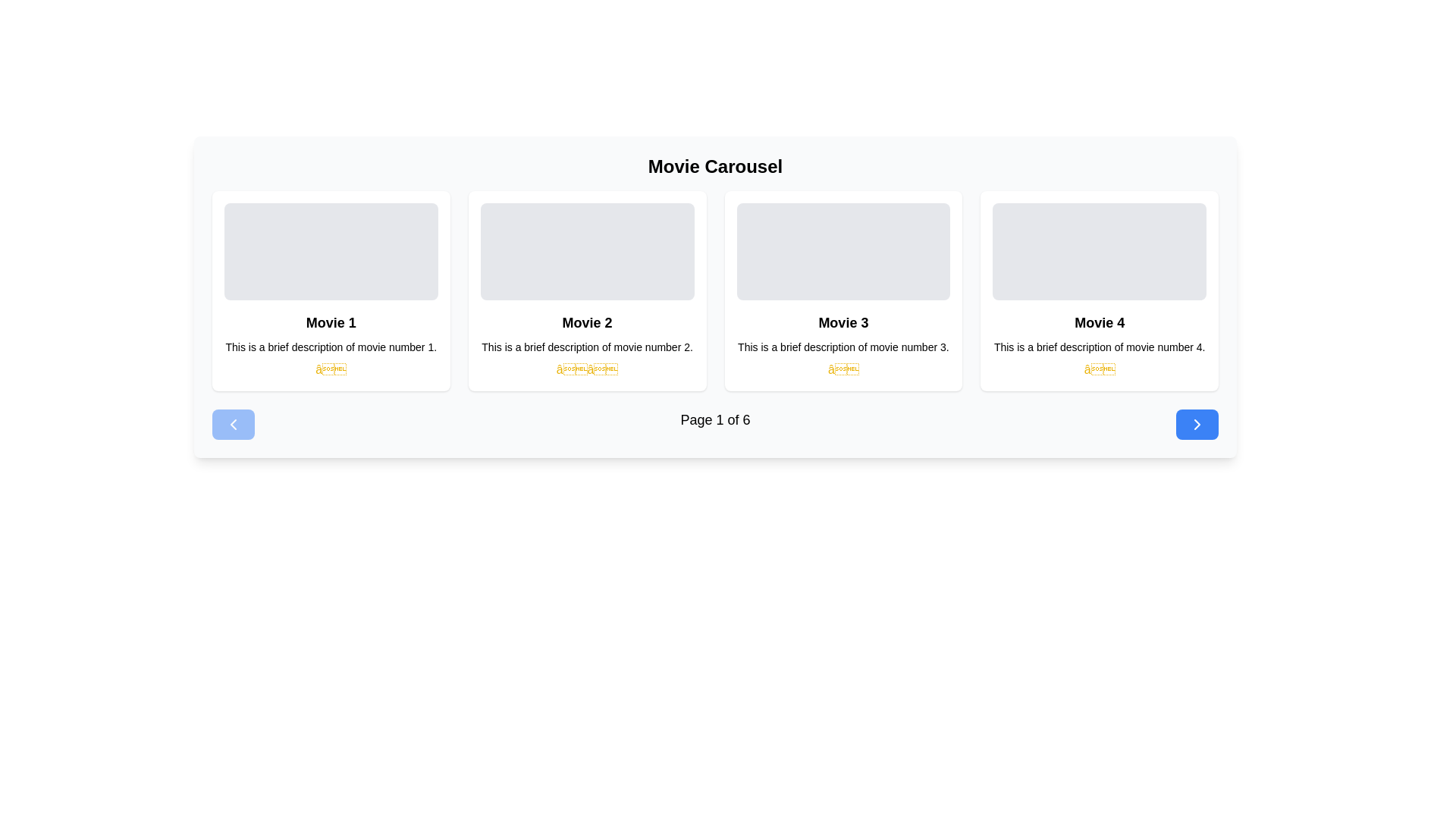 The image size is (1456, 819). Describe the element at coordinates (602, 369) in the screenshot. I see `the second yellow star in the rating section below the 'Movie 2' card` at that location.